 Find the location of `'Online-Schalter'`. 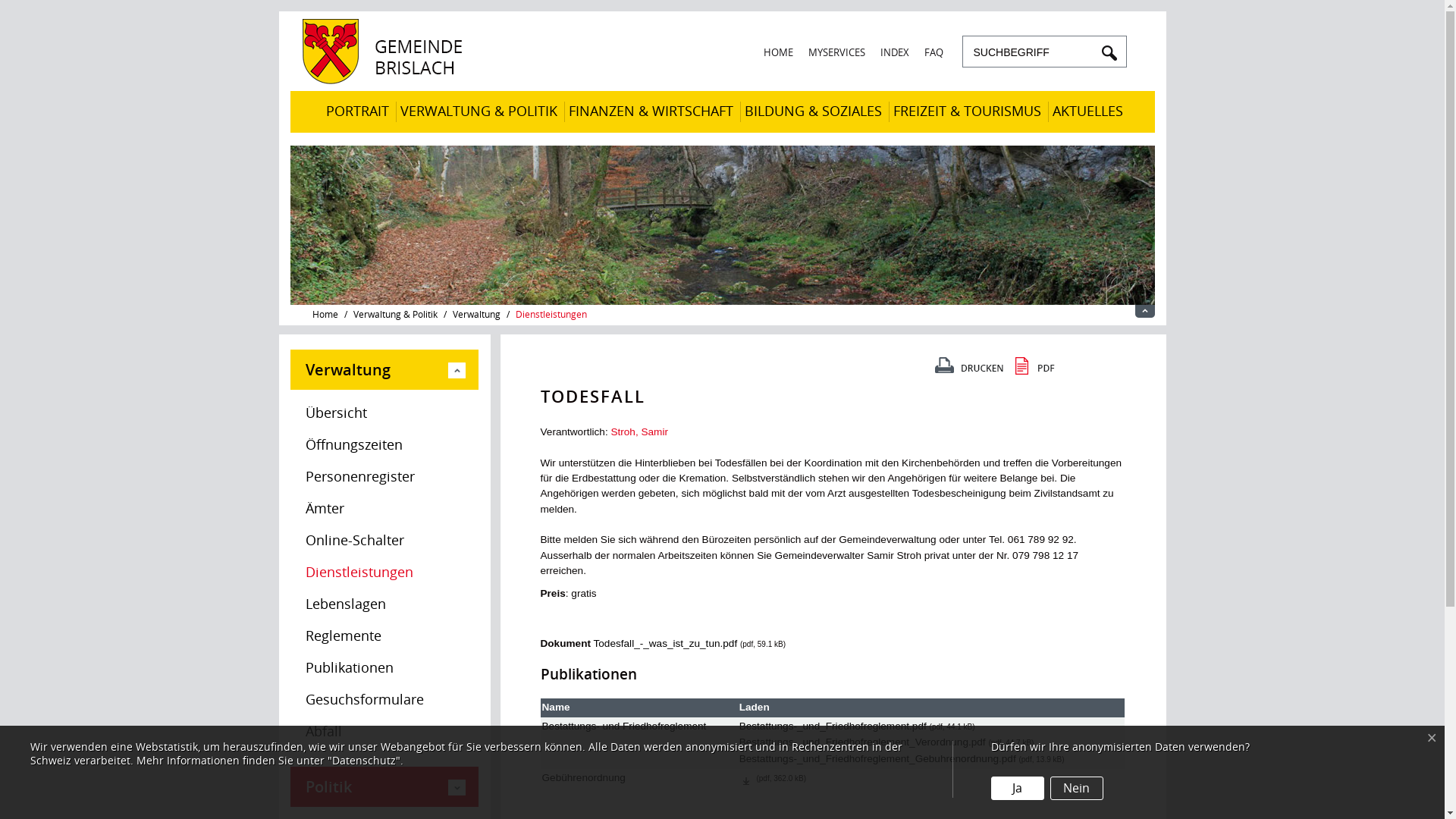

'Online-Schalter' is located at coordinates (383, 540).